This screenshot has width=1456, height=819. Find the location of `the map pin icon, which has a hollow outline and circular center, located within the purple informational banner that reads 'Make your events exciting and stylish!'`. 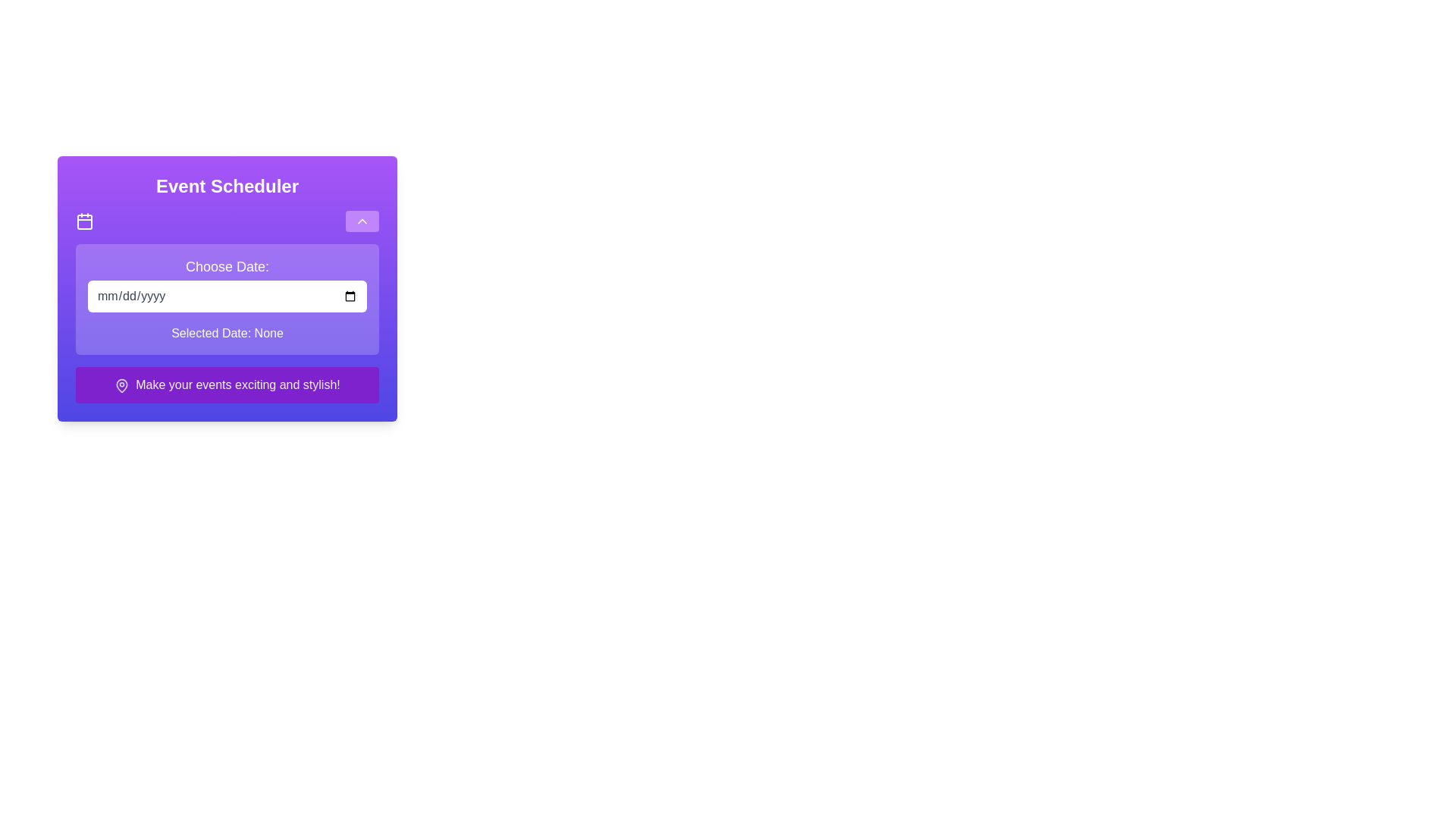

the map pin icon, which has a hollow outline and circular center, located within the purple informational banner that reads 'Make your events exciting and stylish!' is located at coordinates (122, 384).